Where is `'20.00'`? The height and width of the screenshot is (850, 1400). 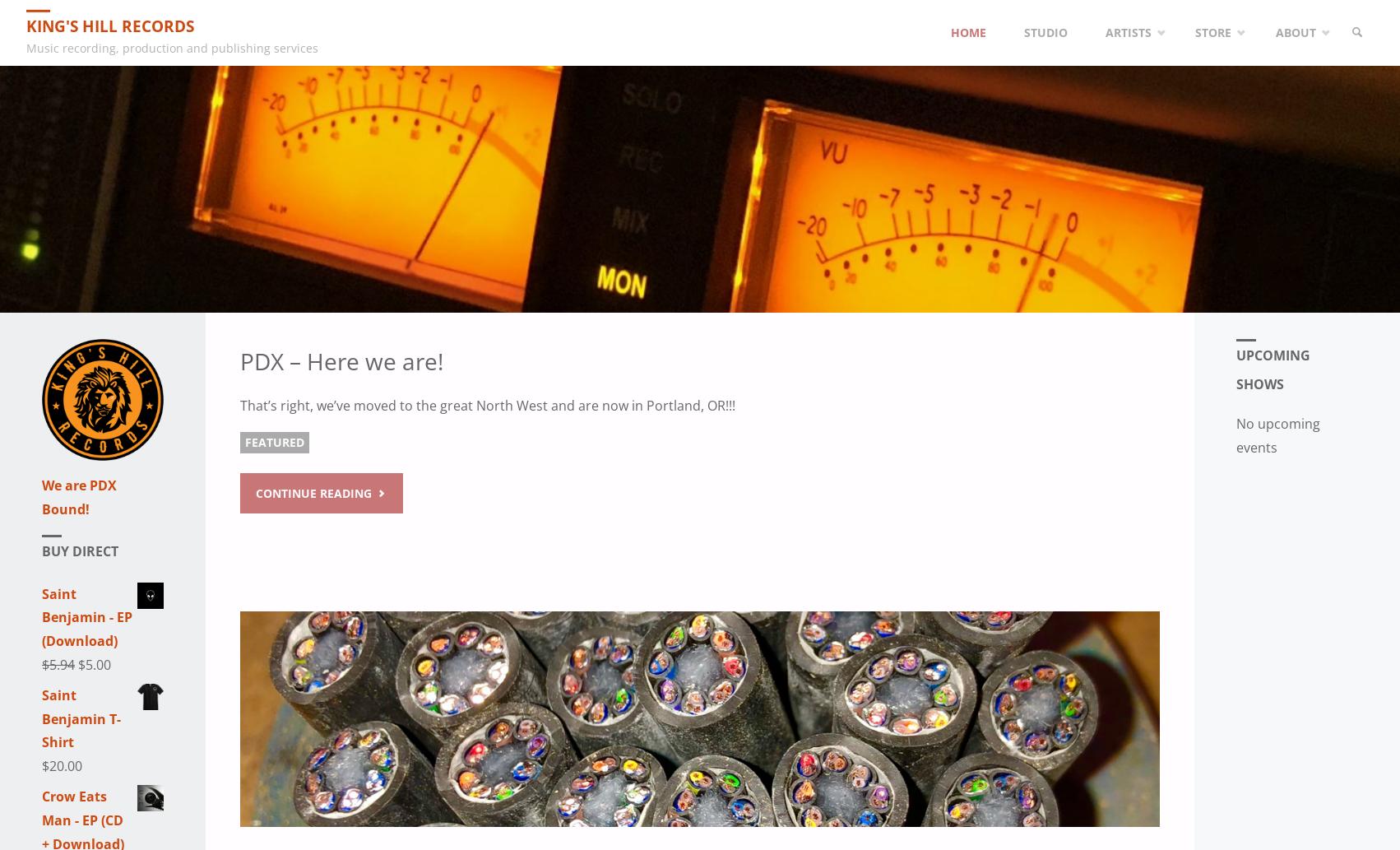 '20.00' is located at coordinates (65, 765).